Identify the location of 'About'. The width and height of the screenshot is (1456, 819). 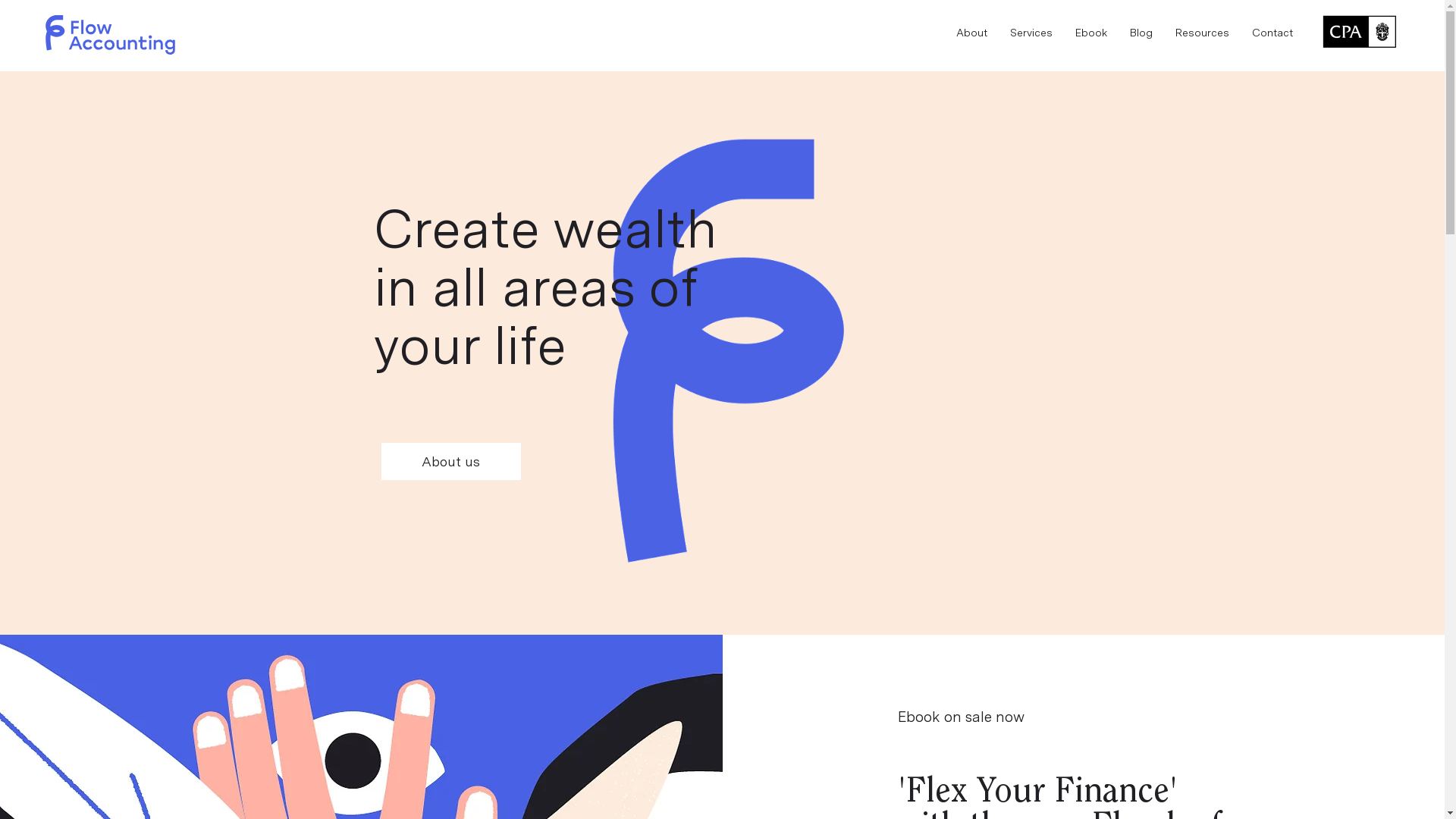
(971, 33).